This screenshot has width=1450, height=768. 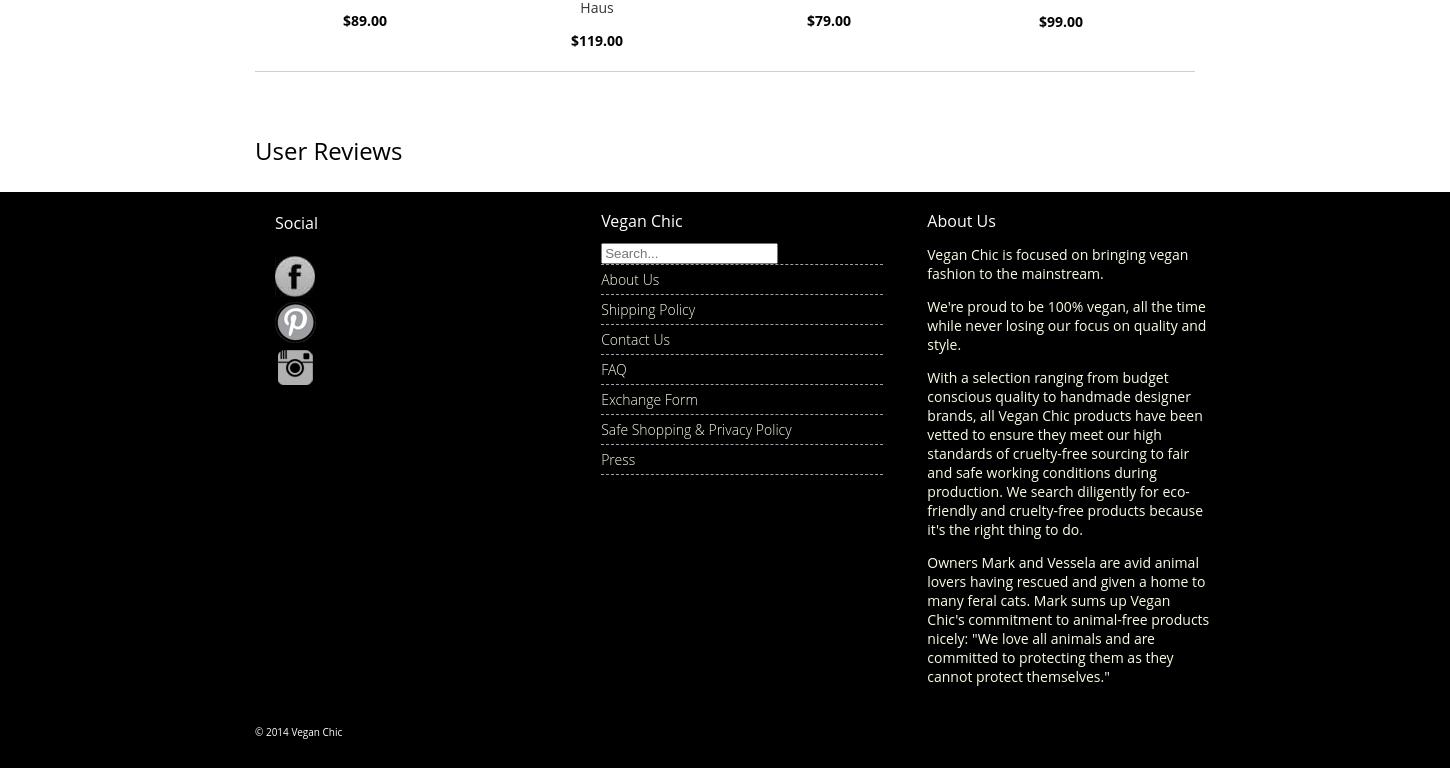 I want to click on 'Exchange Form', so click(x=648, y=397).